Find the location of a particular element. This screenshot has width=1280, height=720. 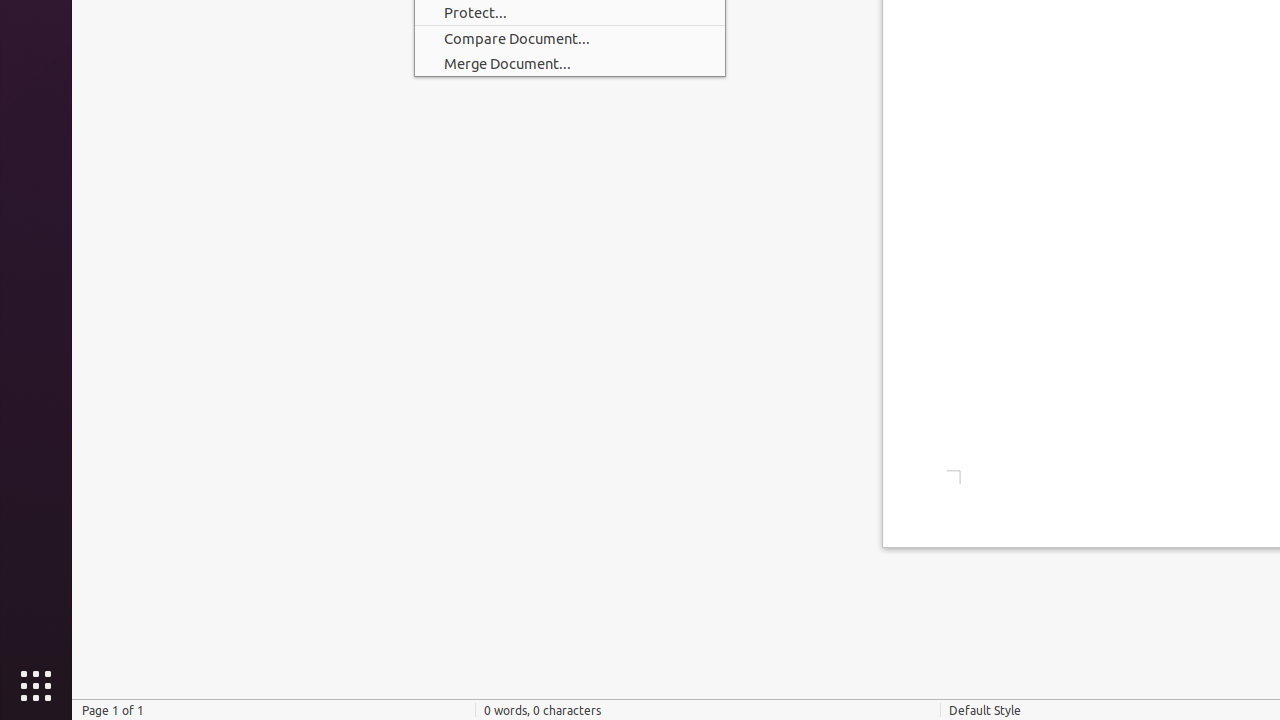

'Show Applications' is located at coordinates (35, 685).